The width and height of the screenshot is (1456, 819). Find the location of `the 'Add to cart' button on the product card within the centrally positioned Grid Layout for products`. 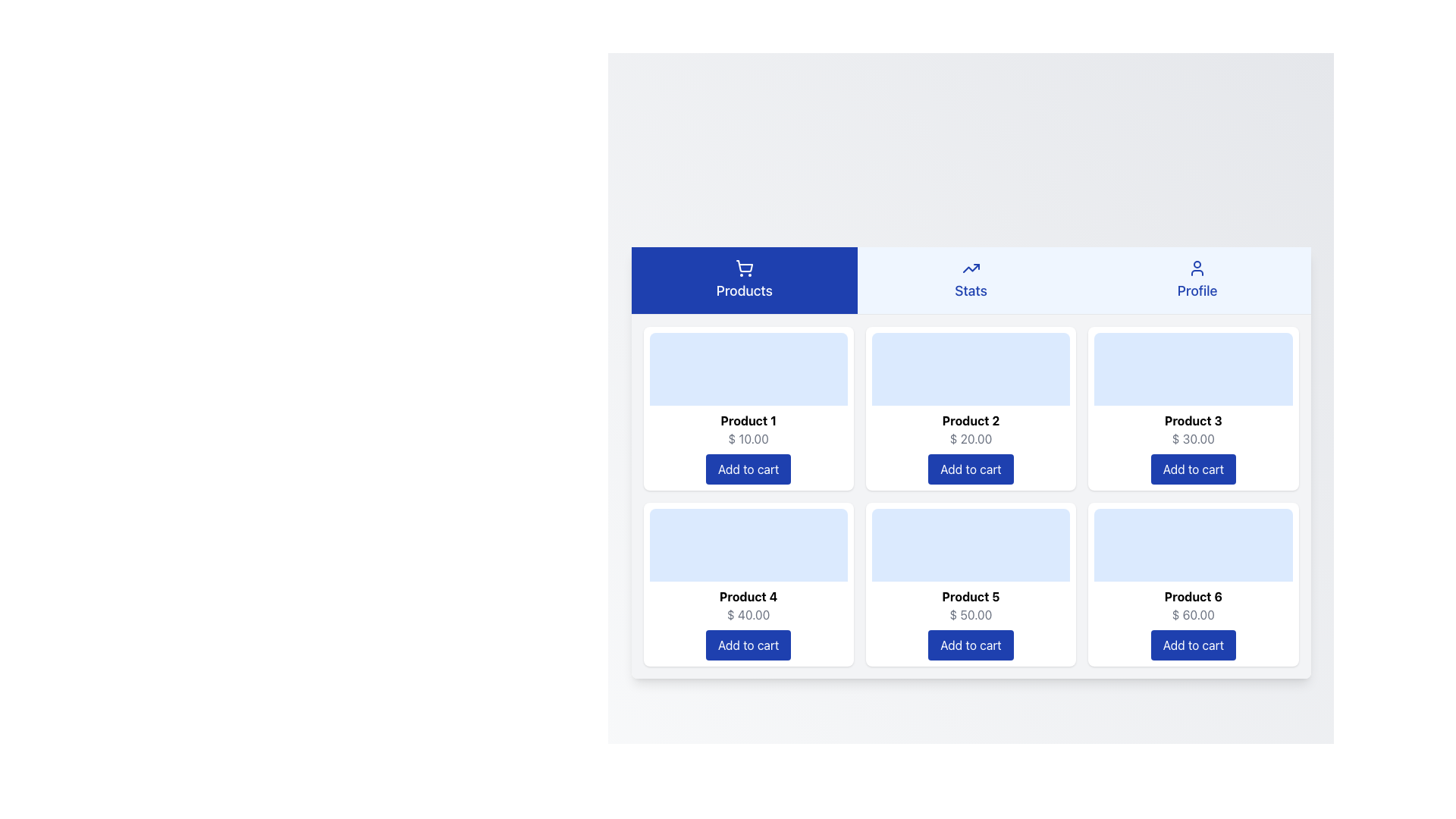

the 'Add to cart' button on the product card within the centrally positioned Grid Layout for products is located at coordinates (971, 496).